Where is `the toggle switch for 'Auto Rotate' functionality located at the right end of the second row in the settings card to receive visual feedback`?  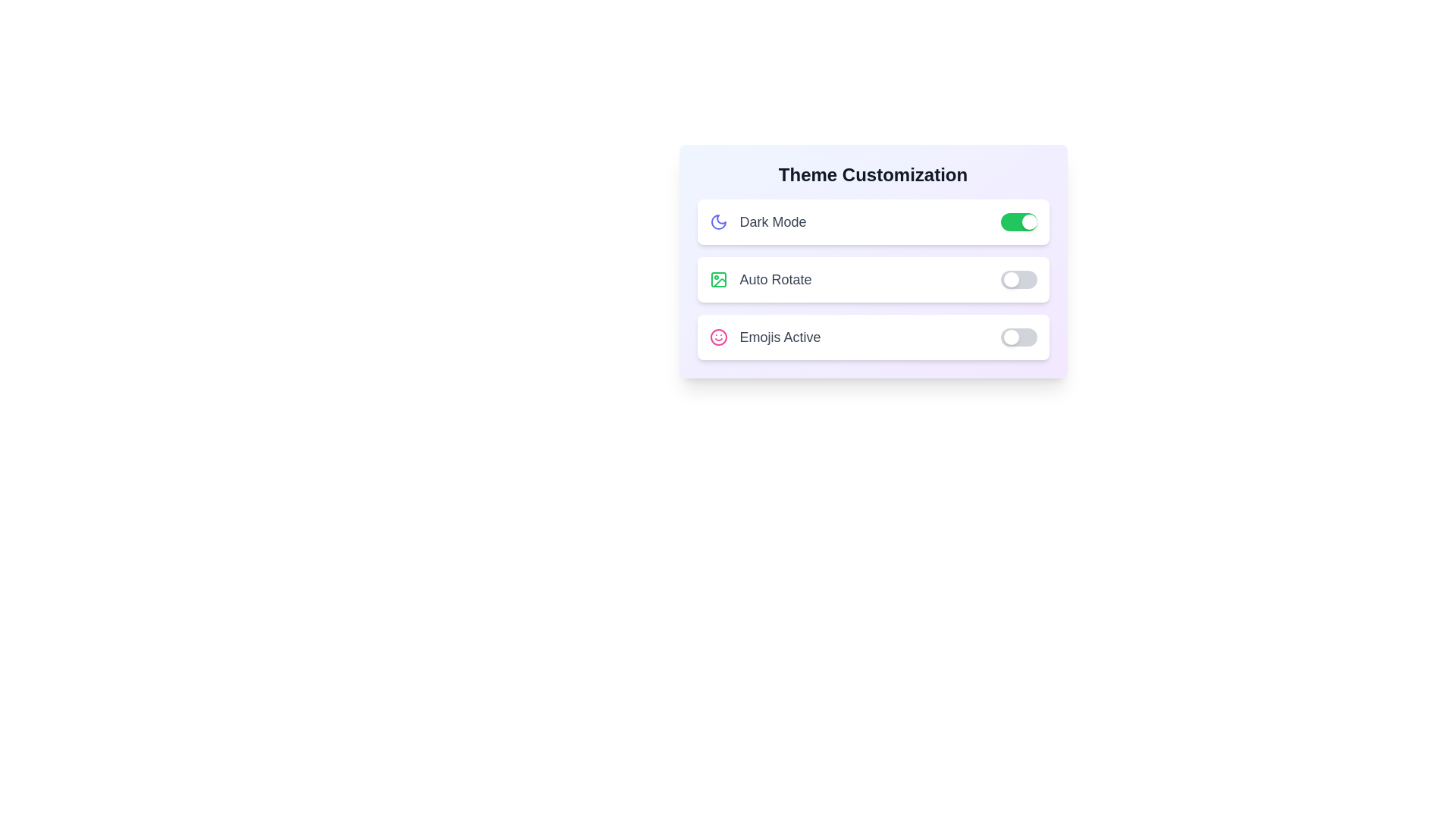
the toggle switch for 'Auto Rotate' functionality located at the right end of the second row in the settings card to receive visual feedback is located at coordinates (1018, 280).